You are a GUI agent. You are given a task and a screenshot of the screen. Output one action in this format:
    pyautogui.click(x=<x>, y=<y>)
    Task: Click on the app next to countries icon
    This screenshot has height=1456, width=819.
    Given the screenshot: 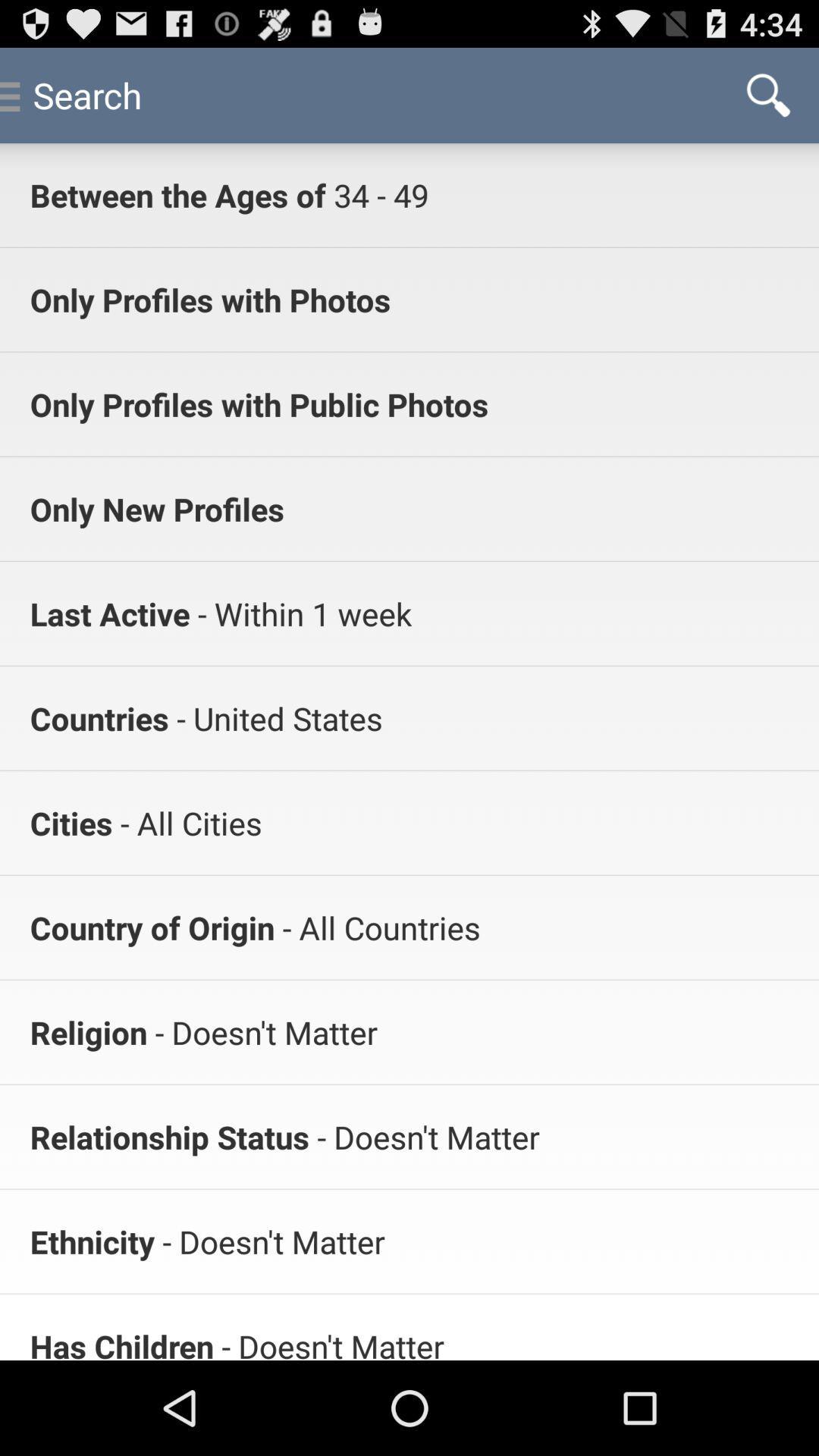 What is the action you would take?
    pyautogui.click(x=275, y=717)
    